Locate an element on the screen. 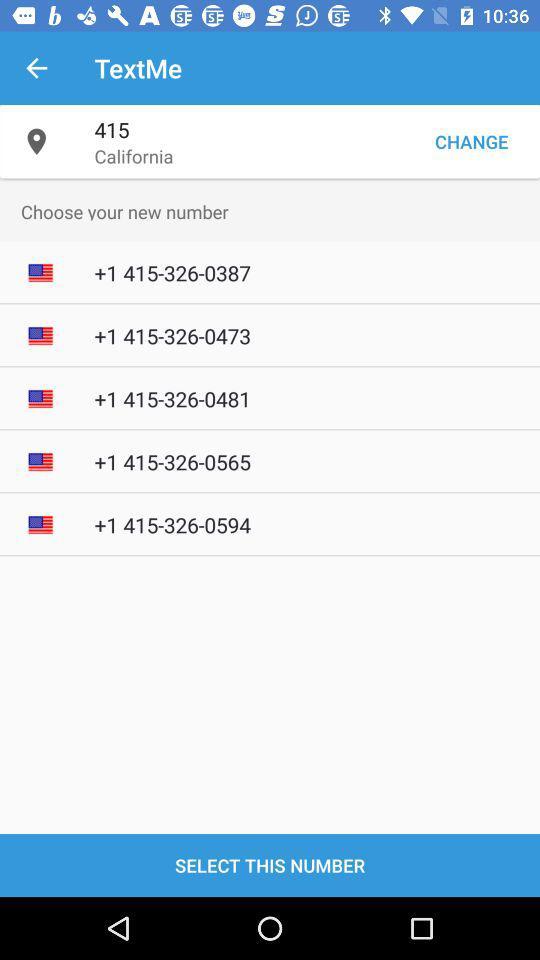  item at the top right corner is located at coordinates (471, 140).